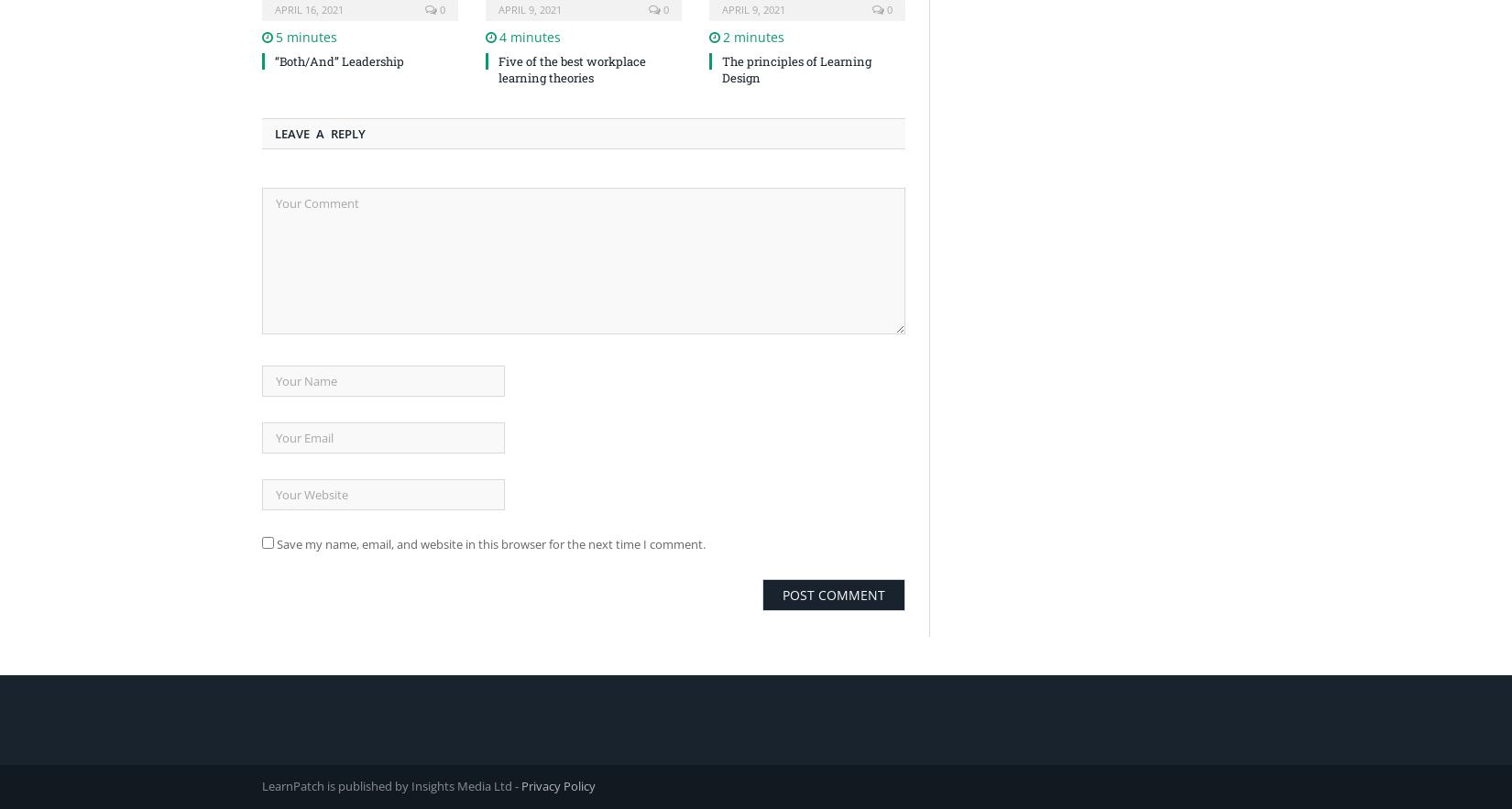 The image size is (1512, 809). Describe the element at coordinates (571, 69) in the screenshot. I see `'Five of the best workplace learning theories'` at that location.